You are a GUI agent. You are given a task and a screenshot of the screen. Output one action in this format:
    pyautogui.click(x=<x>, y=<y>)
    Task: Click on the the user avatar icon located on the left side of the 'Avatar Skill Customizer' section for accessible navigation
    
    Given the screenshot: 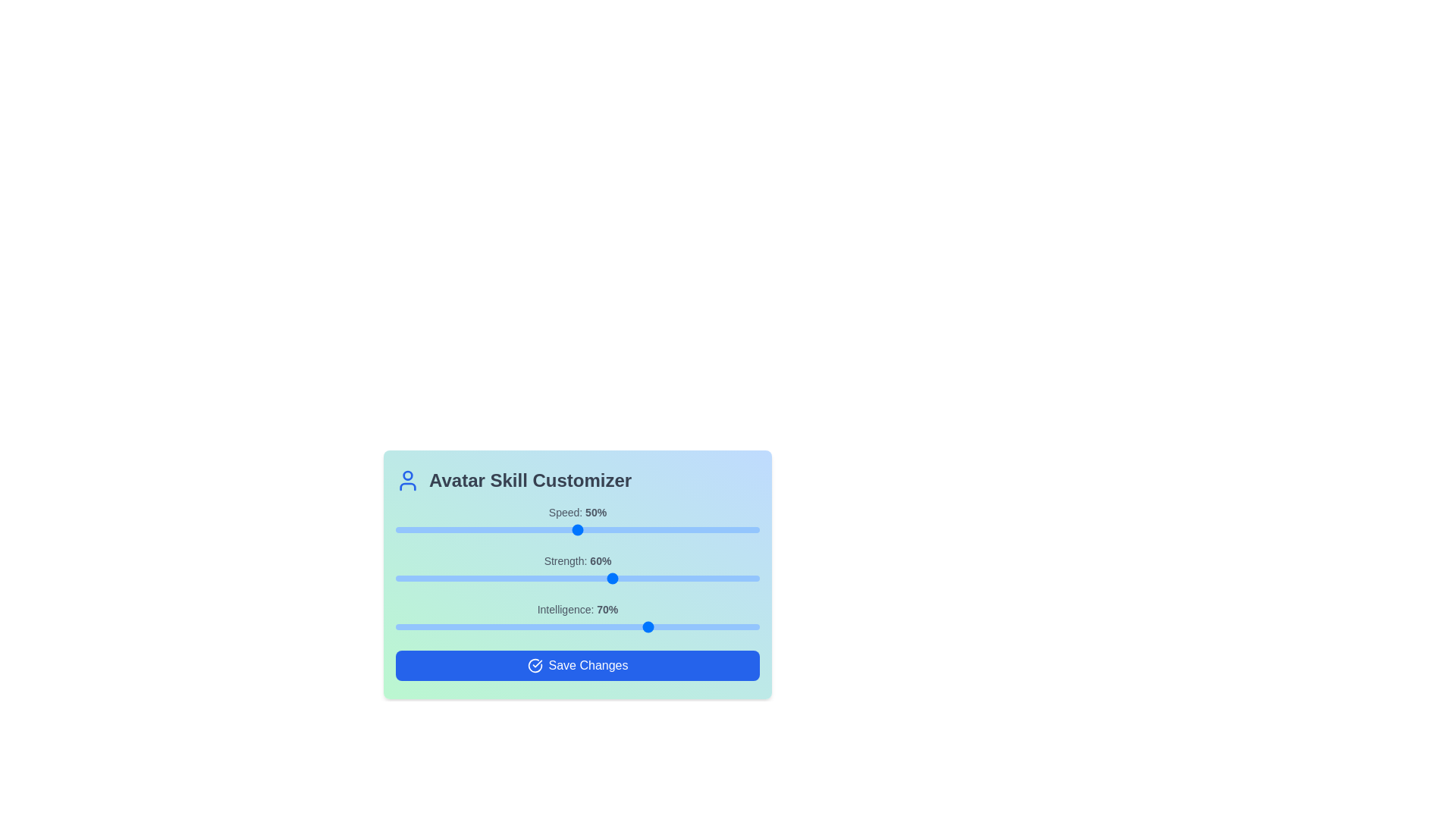 What is the action you would take?
    pyautogui.click(x=407, y=480)
    